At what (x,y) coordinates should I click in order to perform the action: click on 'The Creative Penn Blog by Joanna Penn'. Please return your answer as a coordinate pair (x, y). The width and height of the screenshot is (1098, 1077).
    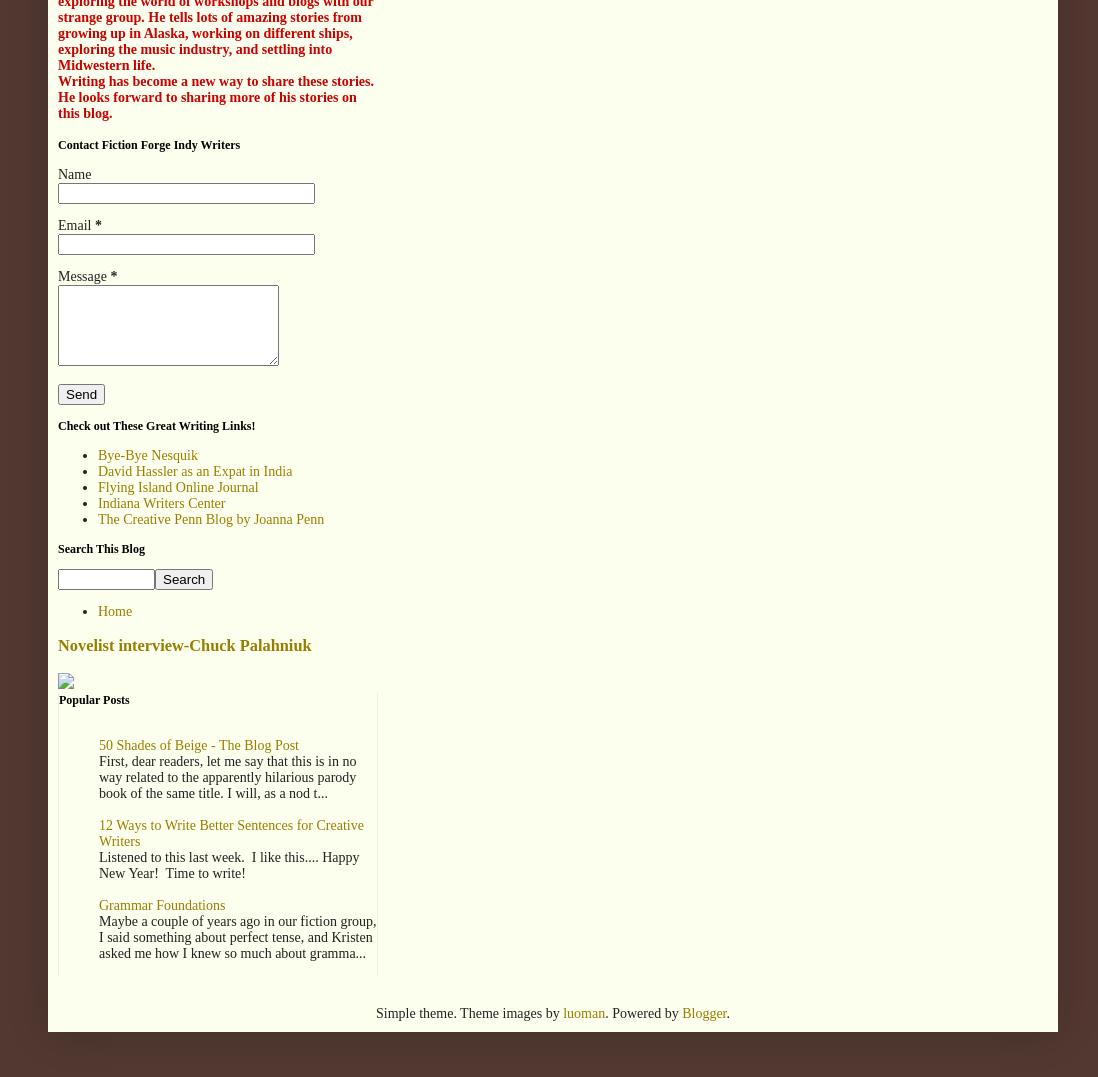
    Looking at the image, I should click on (210, 517).